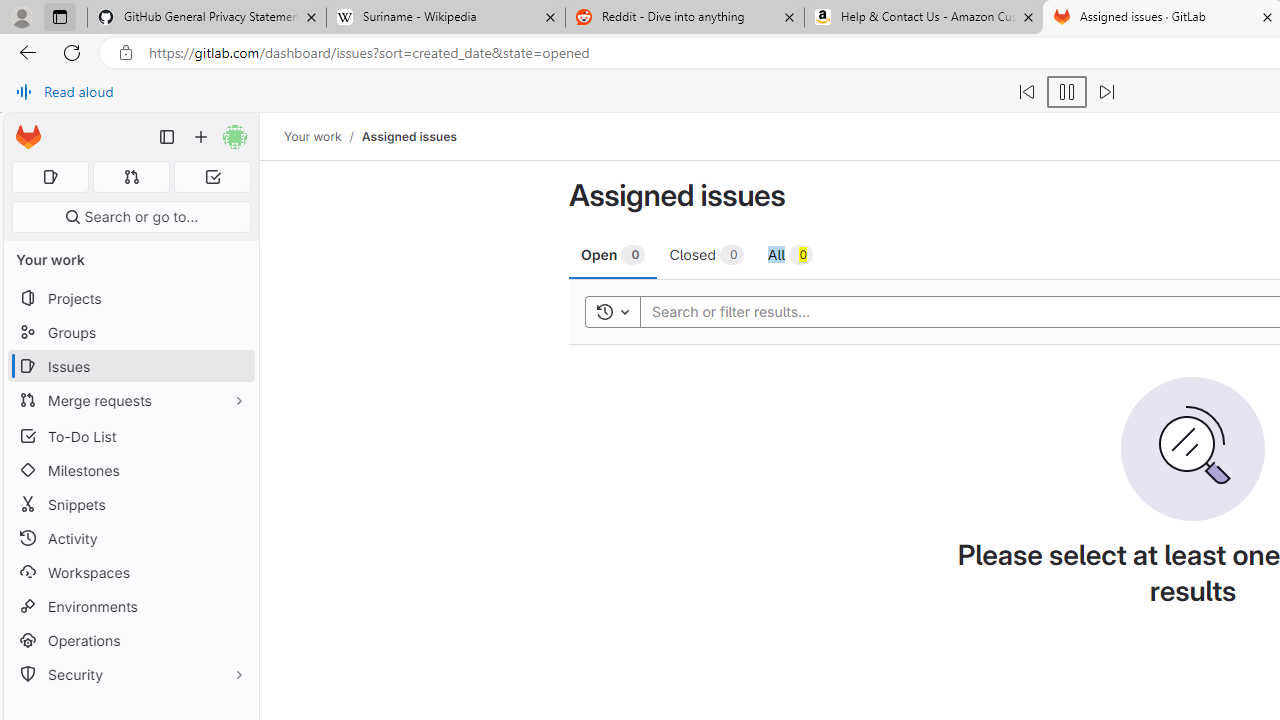 The height and width of the screenshot is (720, 1280). I want to click on 'Read previous paragraph', so click(1026, 92).